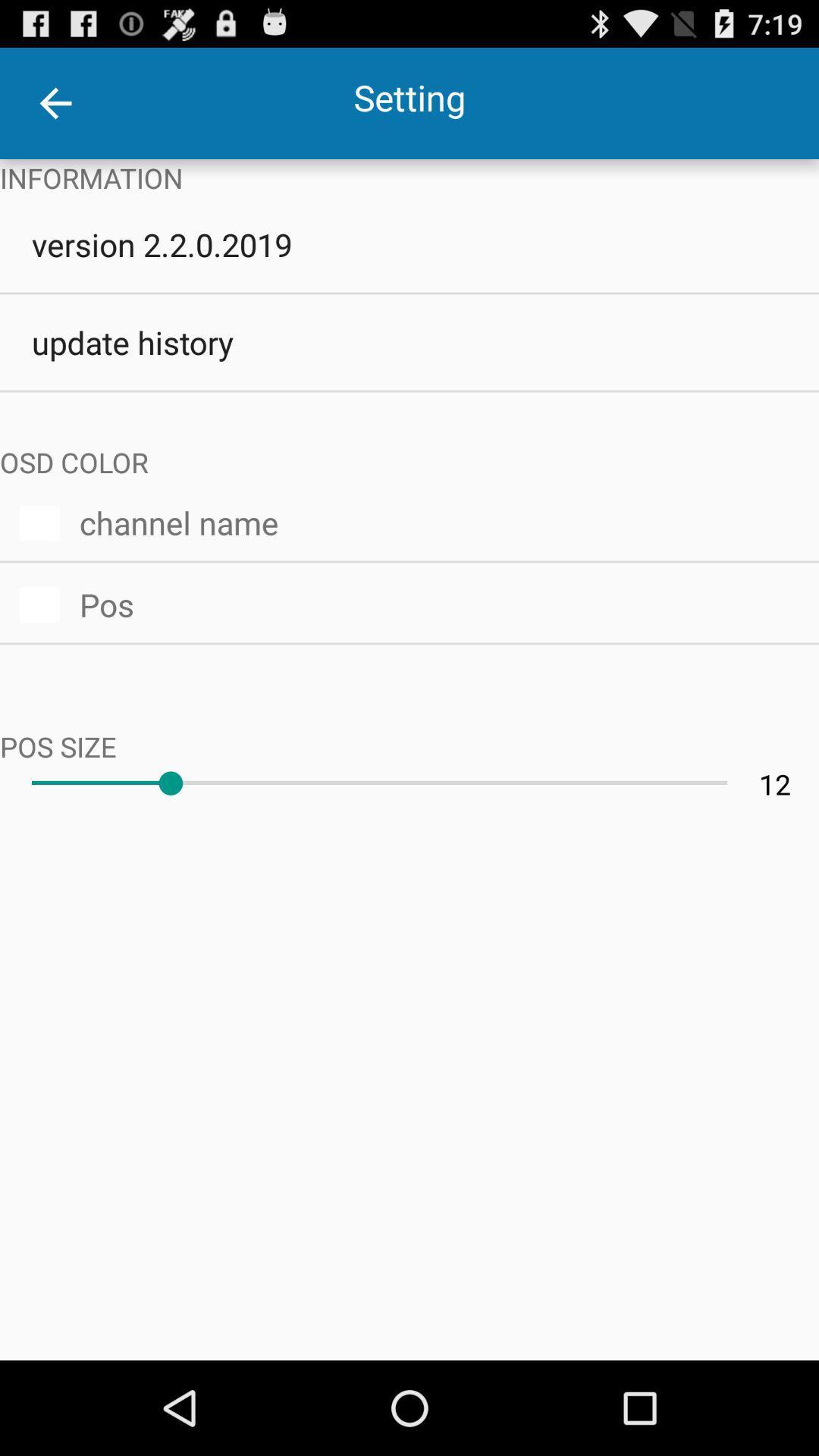 This screenshot has height=1456, width=819. Describe the element at coordinates (409, 341) in the screenshot. I see `the icon below version 2 2 icon` at that location.